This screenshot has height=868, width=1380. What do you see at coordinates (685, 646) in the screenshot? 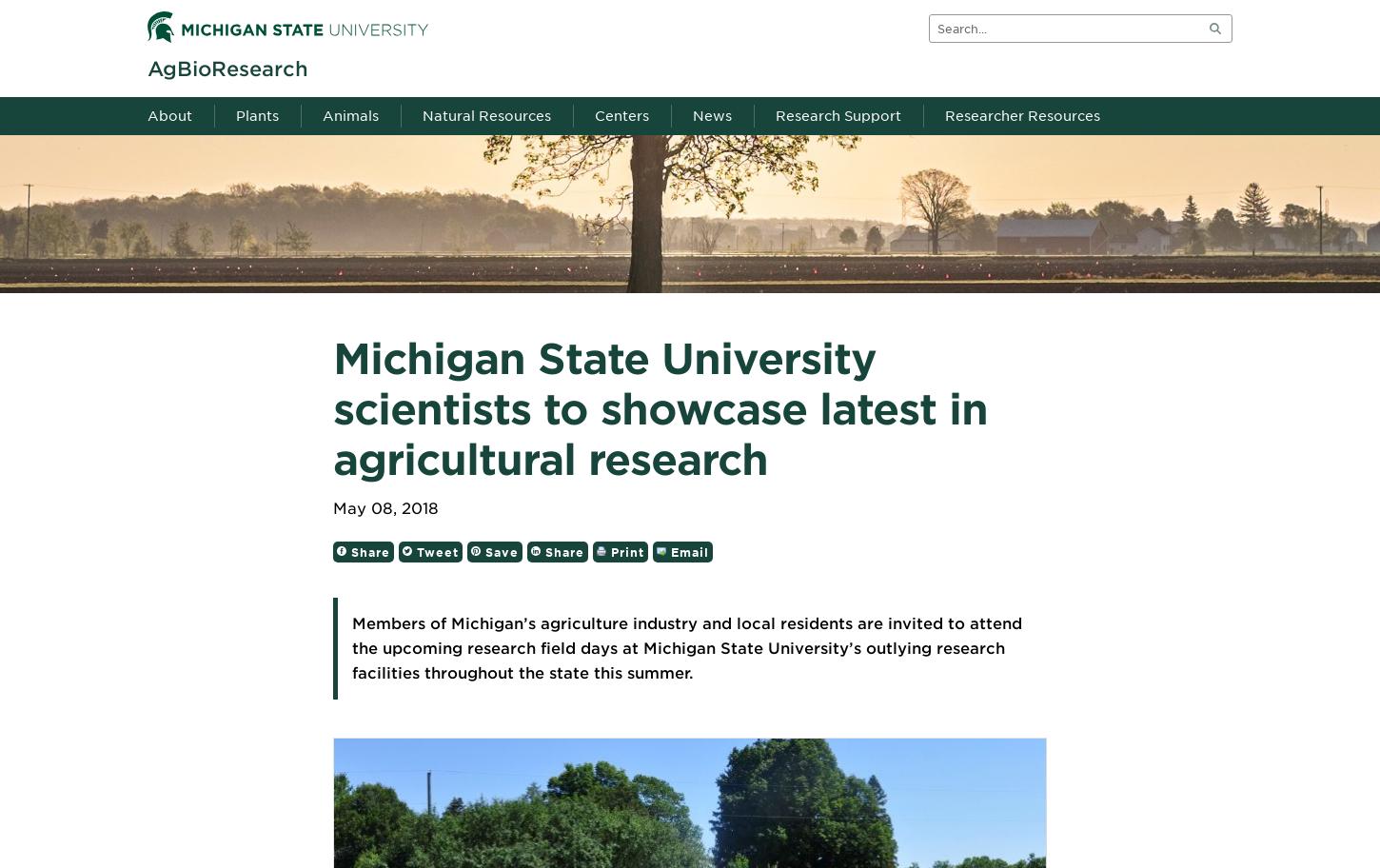
I see `'Members of Michigan’s agriculture industry and local residents are invited to attend the upcoming research field days at Michigan State University’s outlying research facilities throughout the state this summer.'` at bounding box center [685, 646].